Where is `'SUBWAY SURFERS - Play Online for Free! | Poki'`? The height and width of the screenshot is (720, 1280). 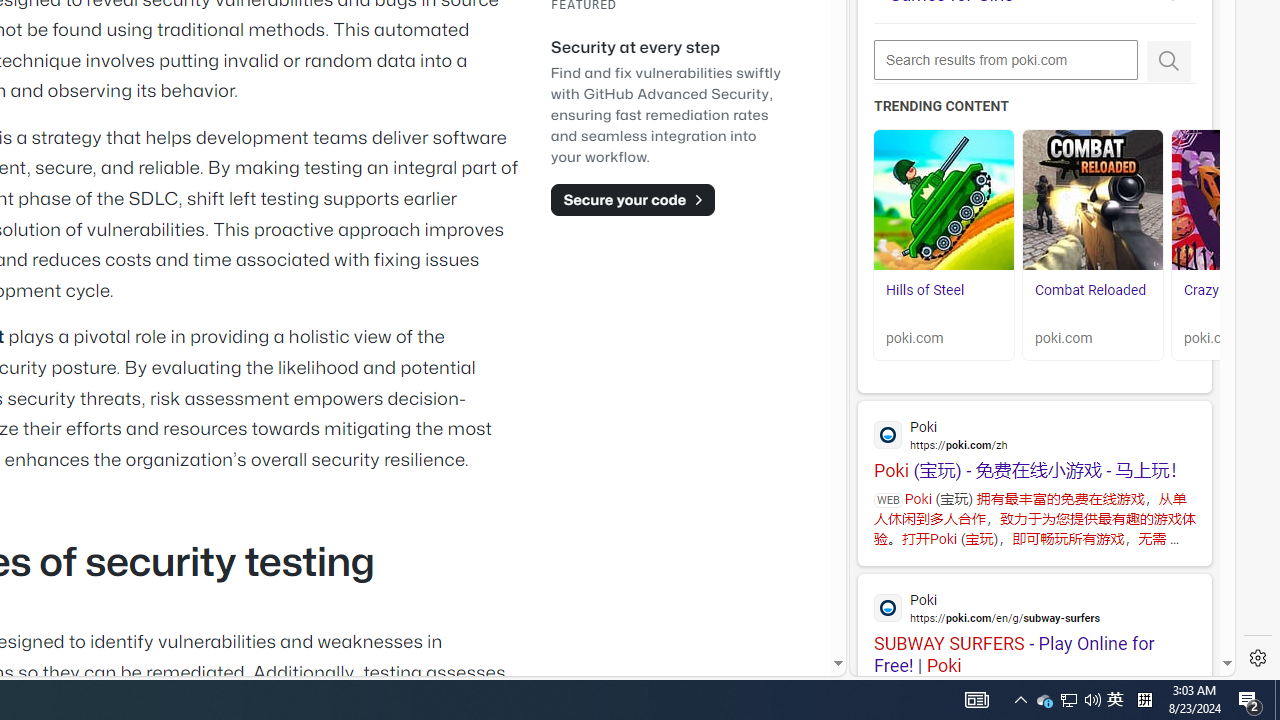
'SUBWAY SURFERS - Play Online for Free! | Poki' is located at coordinates (1034, 624).